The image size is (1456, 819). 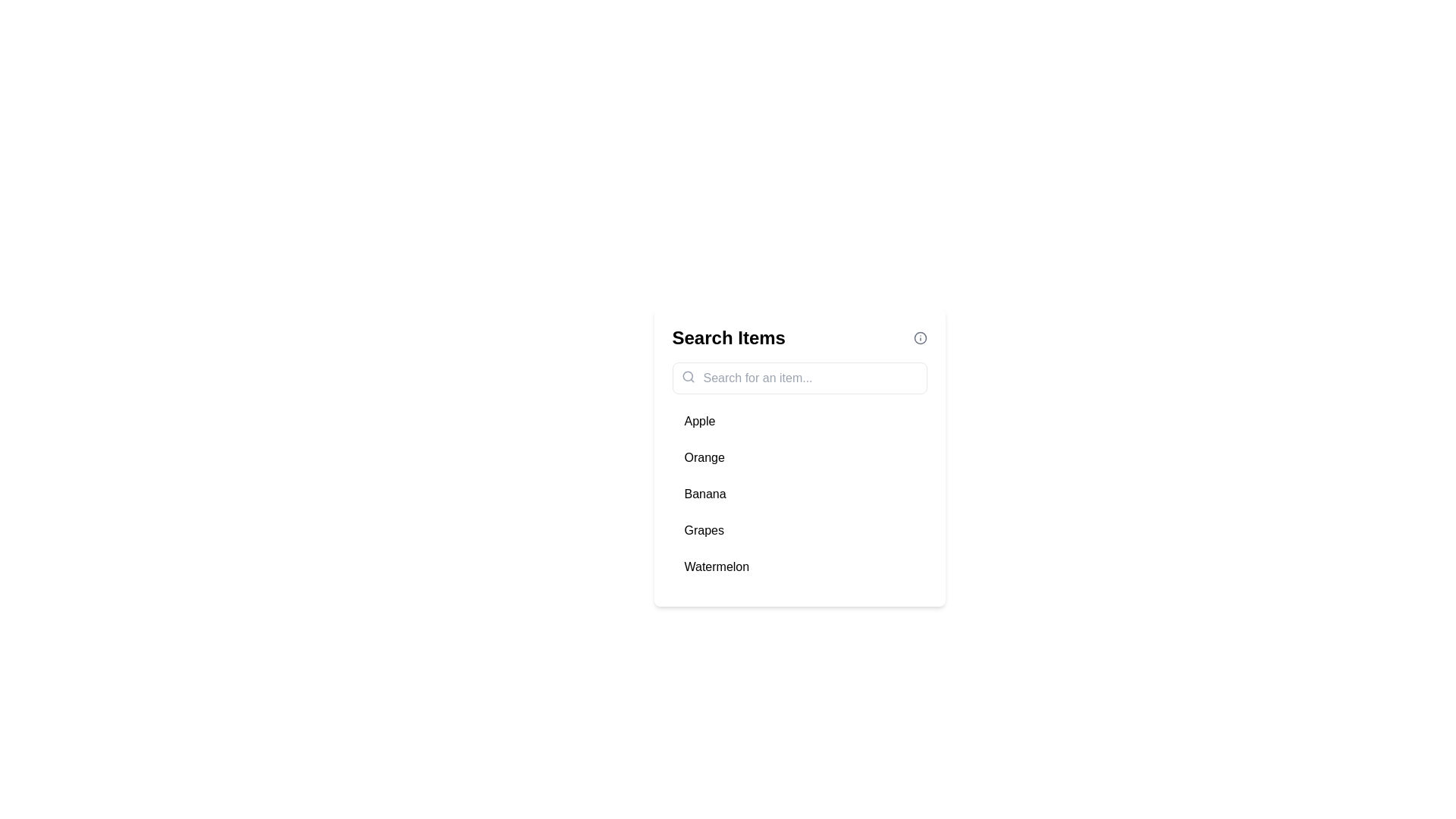 What do you see at coordinates (919, 337) in the screenshot?
I see `the close button to close the information dialog` at bounding box center [919, 337].